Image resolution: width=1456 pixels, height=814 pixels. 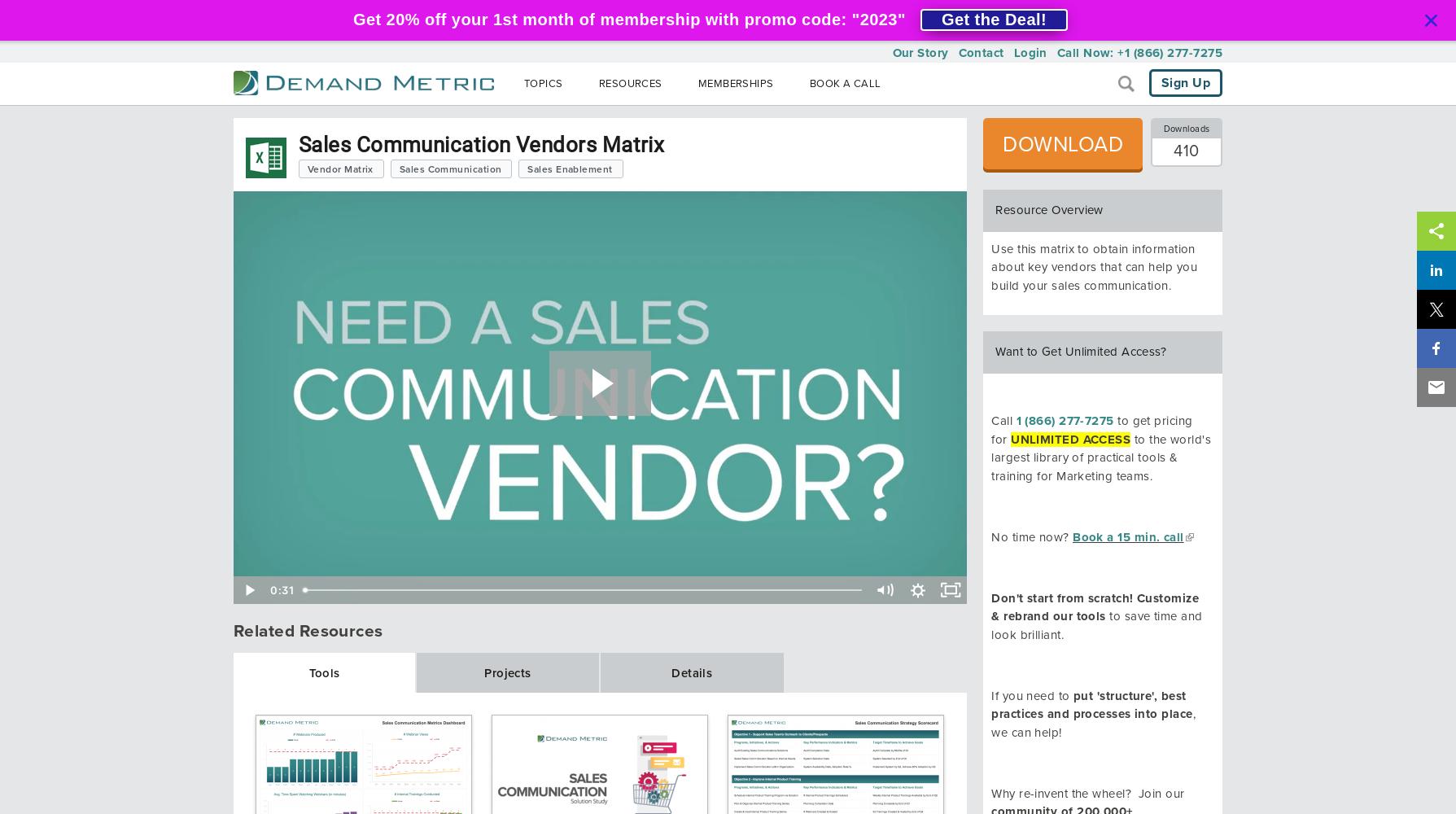 I want to click on 'to get pricing for', so click(x=1091, y=430).